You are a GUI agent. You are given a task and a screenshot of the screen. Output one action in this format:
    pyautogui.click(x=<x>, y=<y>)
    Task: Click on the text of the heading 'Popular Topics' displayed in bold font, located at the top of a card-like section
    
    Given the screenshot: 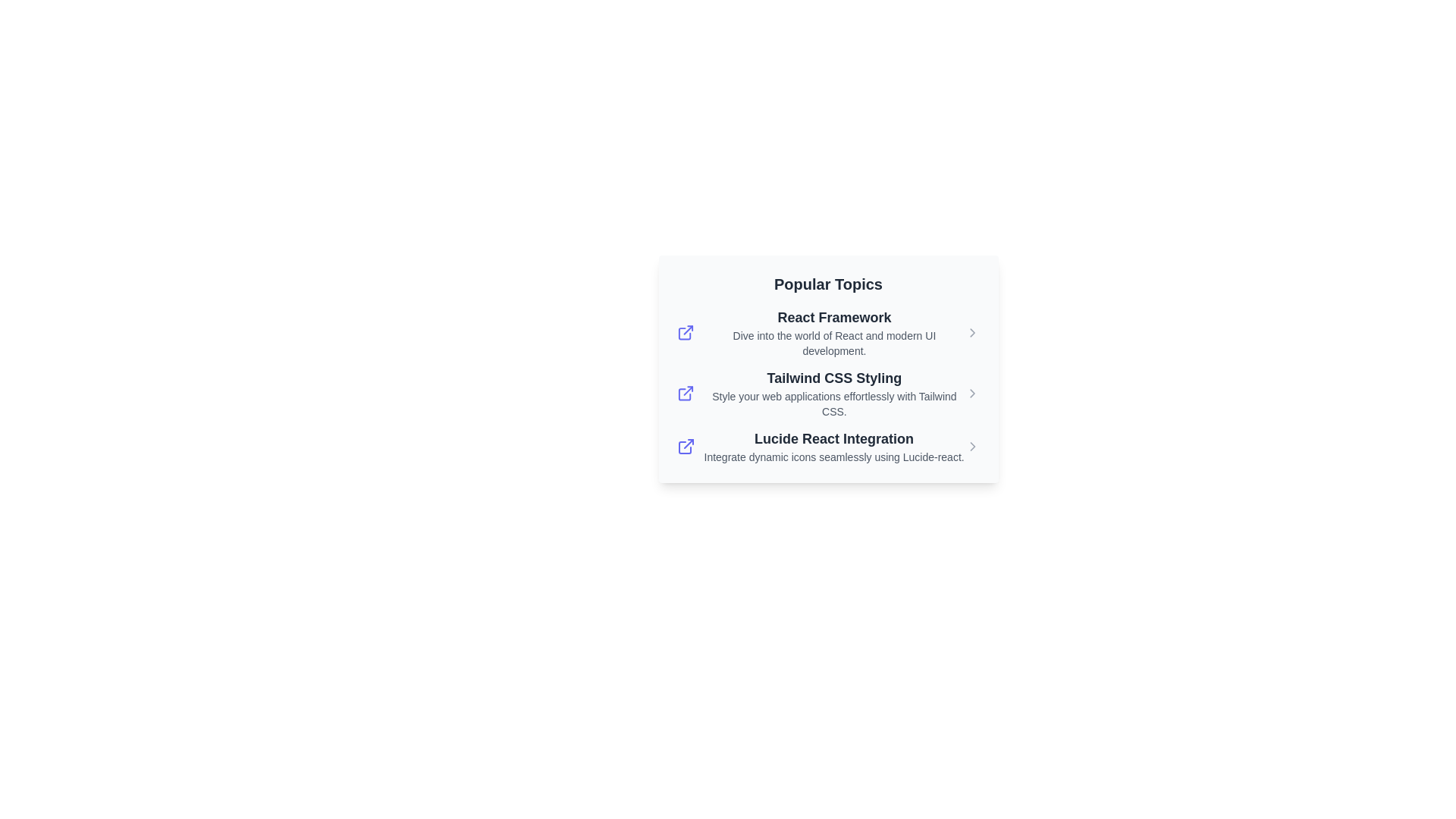 What is the action you would take?
    pyautogui.click(x=827, y=284)
    